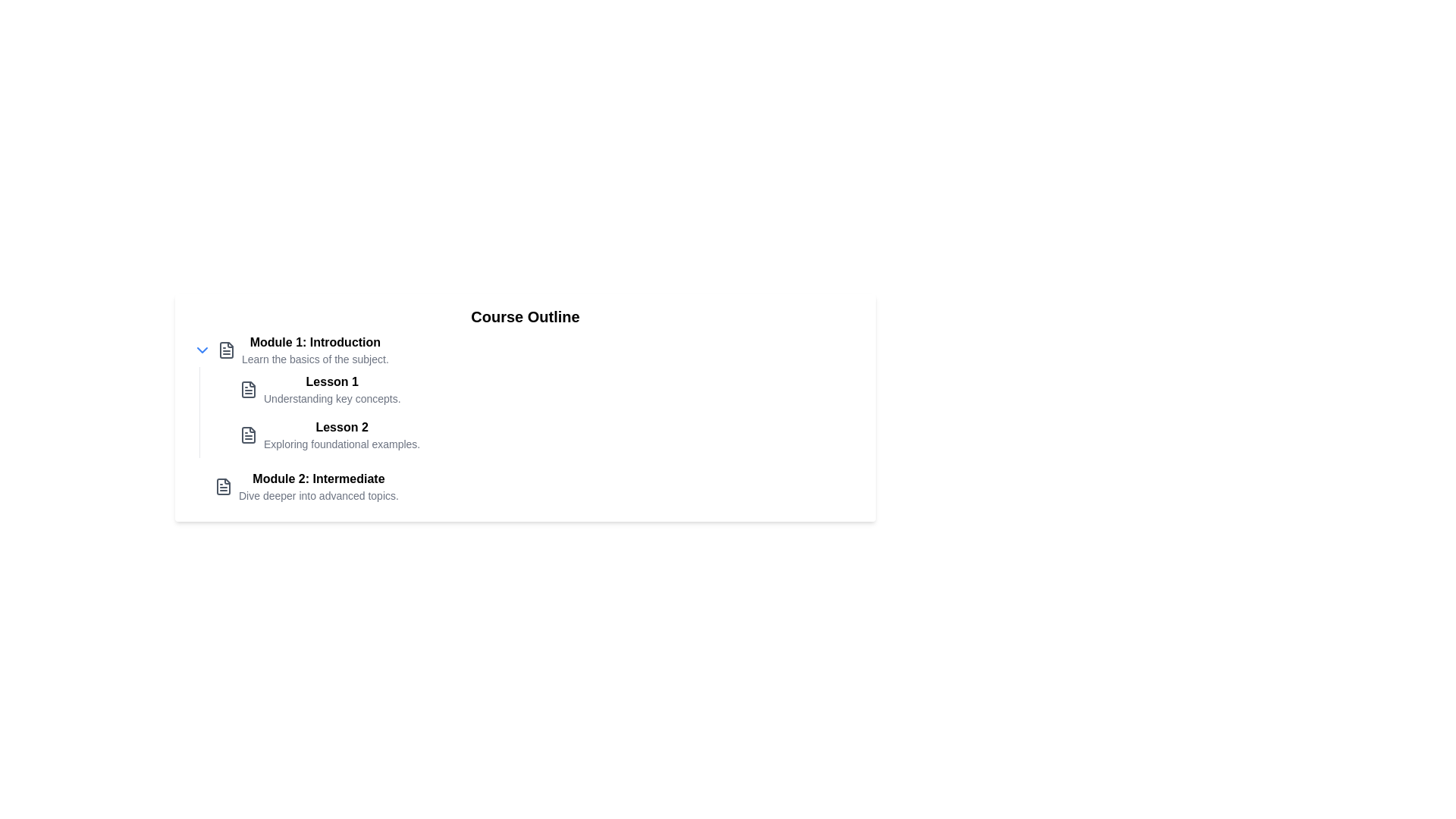 This screenshot has width=1456, height=819. What do you see at coordinates (314, 359) in the screenshot?
I see `descriptive text label providing an overview of 'Module 1: Introduction' located directly underneath the bolded title in the leftmost column of the course outline layout` at bounding box center [314, 359].